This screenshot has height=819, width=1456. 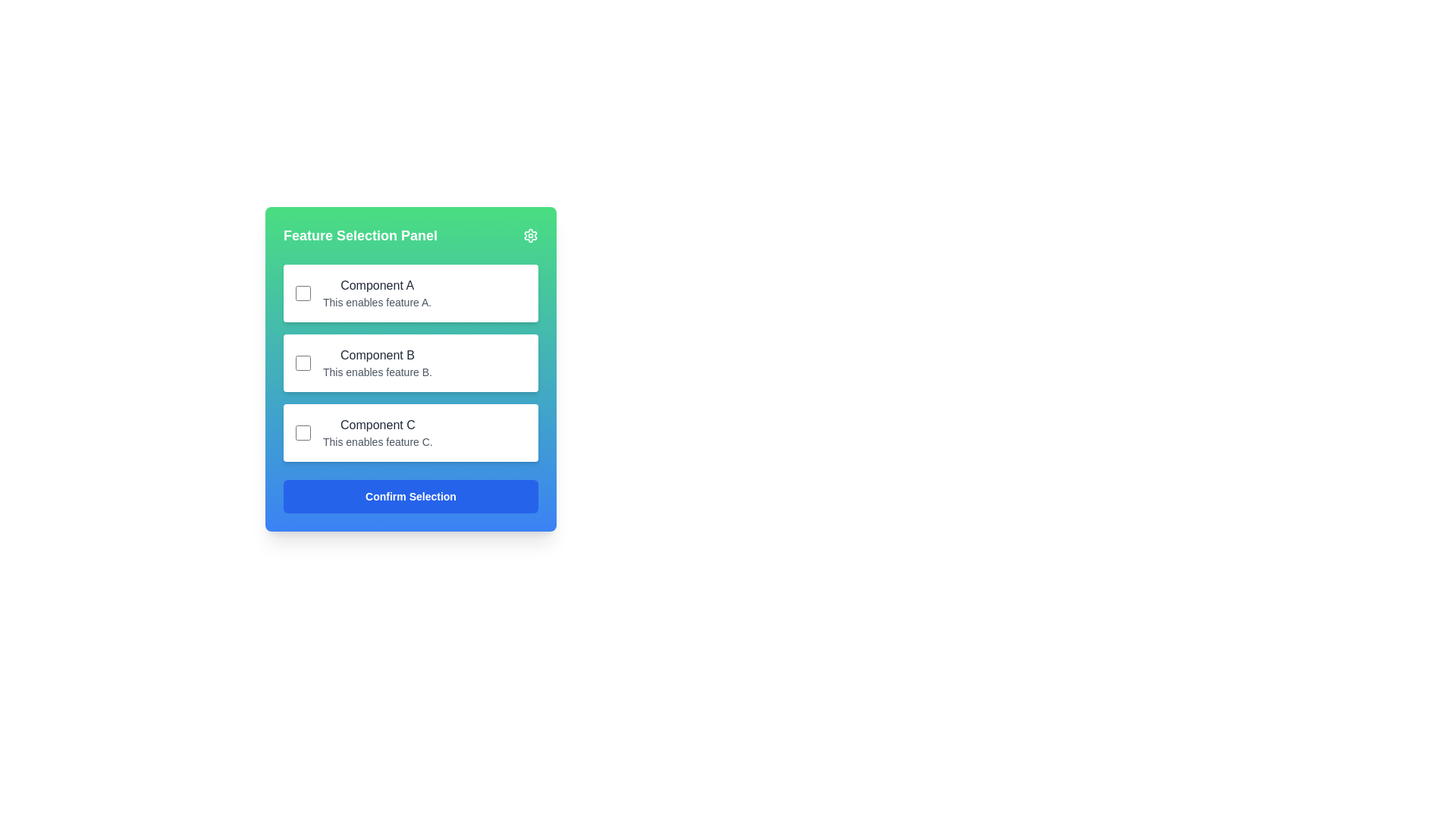 I want to click on the unselected checkbox with a white background and gray border located at the leftmost side of the 'Component C' row for additional information, so click(x=303, y=432).